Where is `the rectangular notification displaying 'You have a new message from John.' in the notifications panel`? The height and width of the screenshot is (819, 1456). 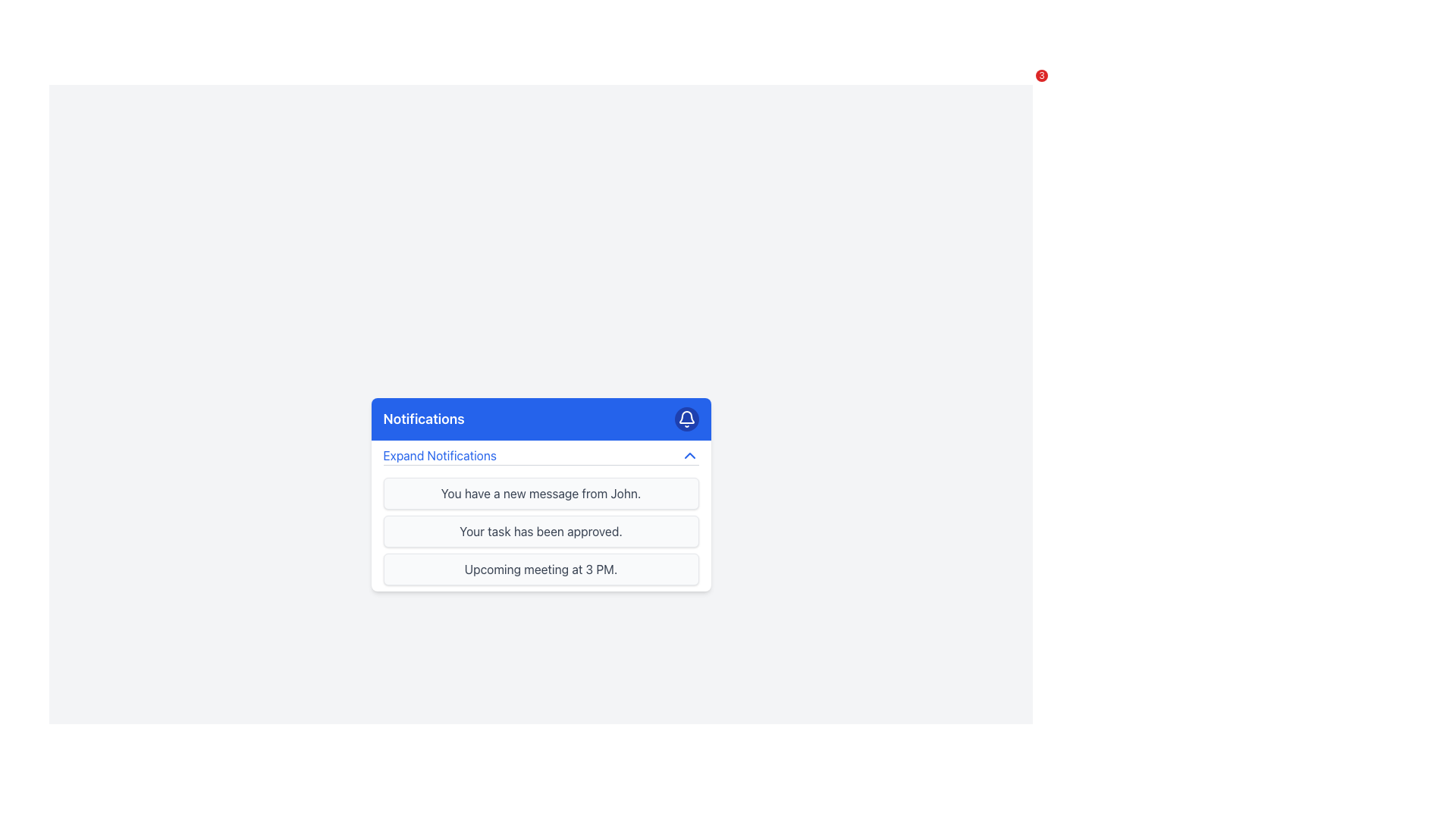 the rectangular notification displaying 'You have a new message from John.' in the notifications panel is located at coordinates (541, 493).